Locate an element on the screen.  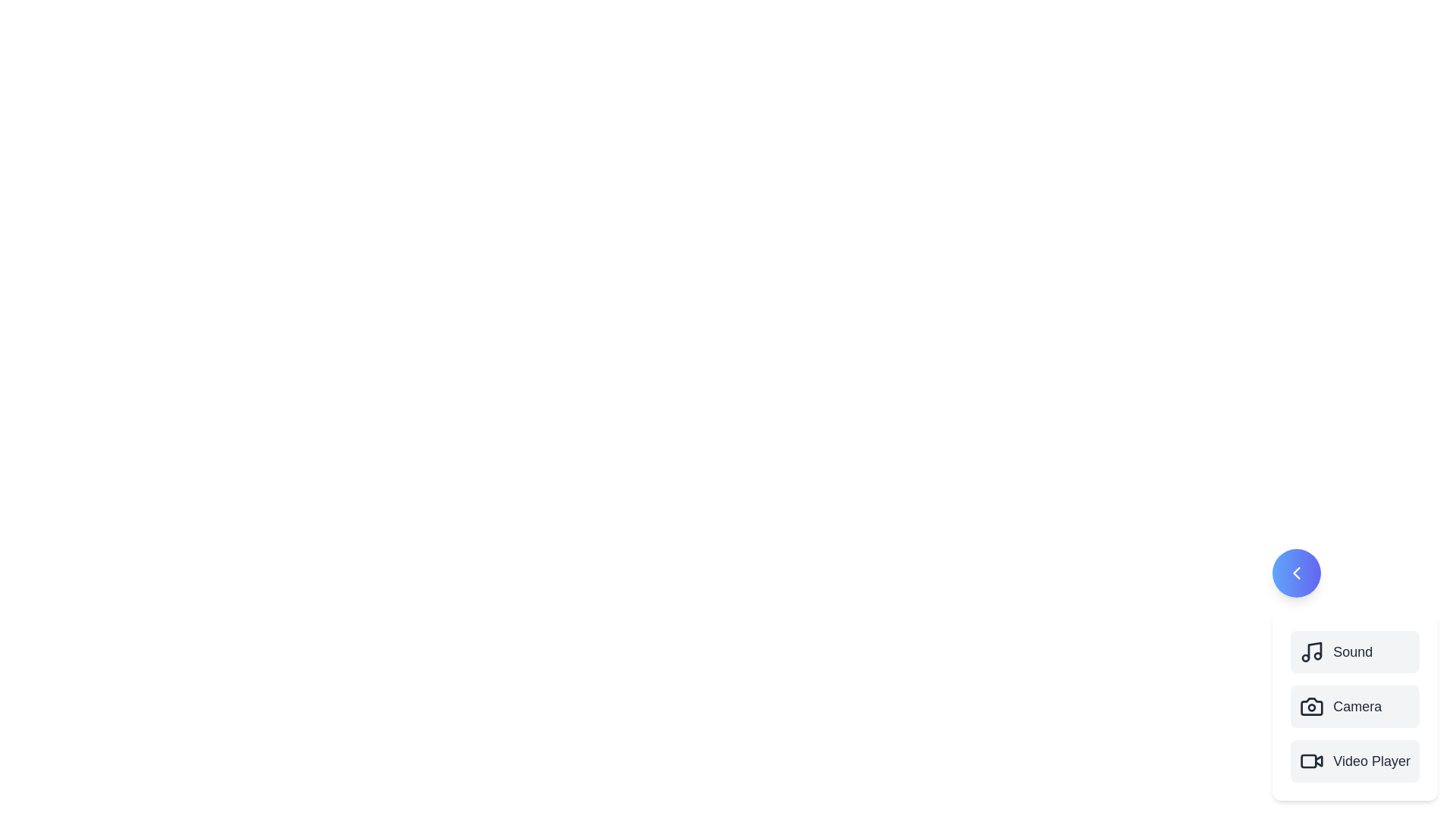
the 'Video Player' button in the multimedia menu is located at coordinates (1355, 761).